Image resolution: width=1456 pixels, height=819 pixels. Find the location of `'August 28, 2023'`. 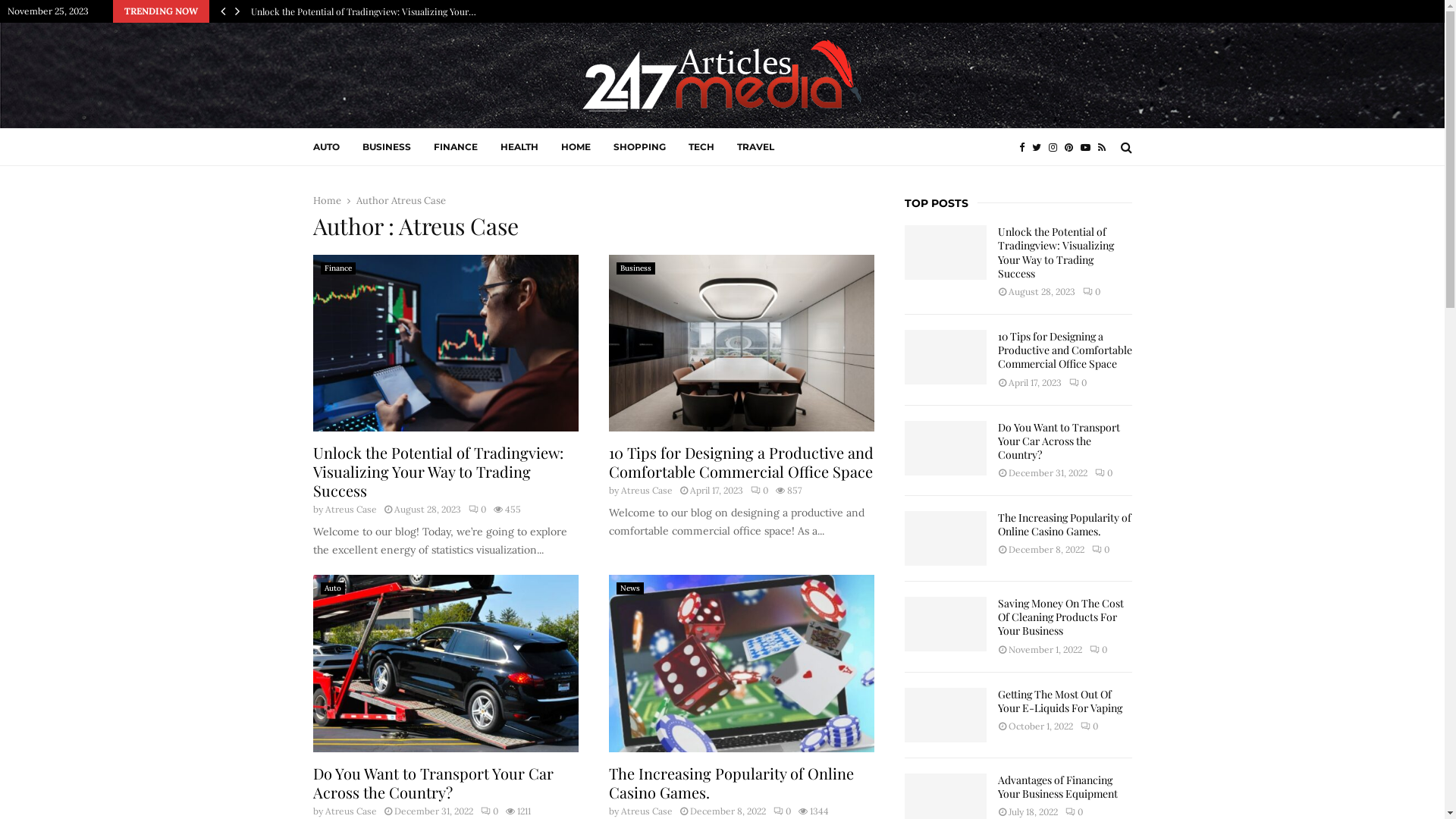

'August 28, 2023' is located at coordinates (394, 509).